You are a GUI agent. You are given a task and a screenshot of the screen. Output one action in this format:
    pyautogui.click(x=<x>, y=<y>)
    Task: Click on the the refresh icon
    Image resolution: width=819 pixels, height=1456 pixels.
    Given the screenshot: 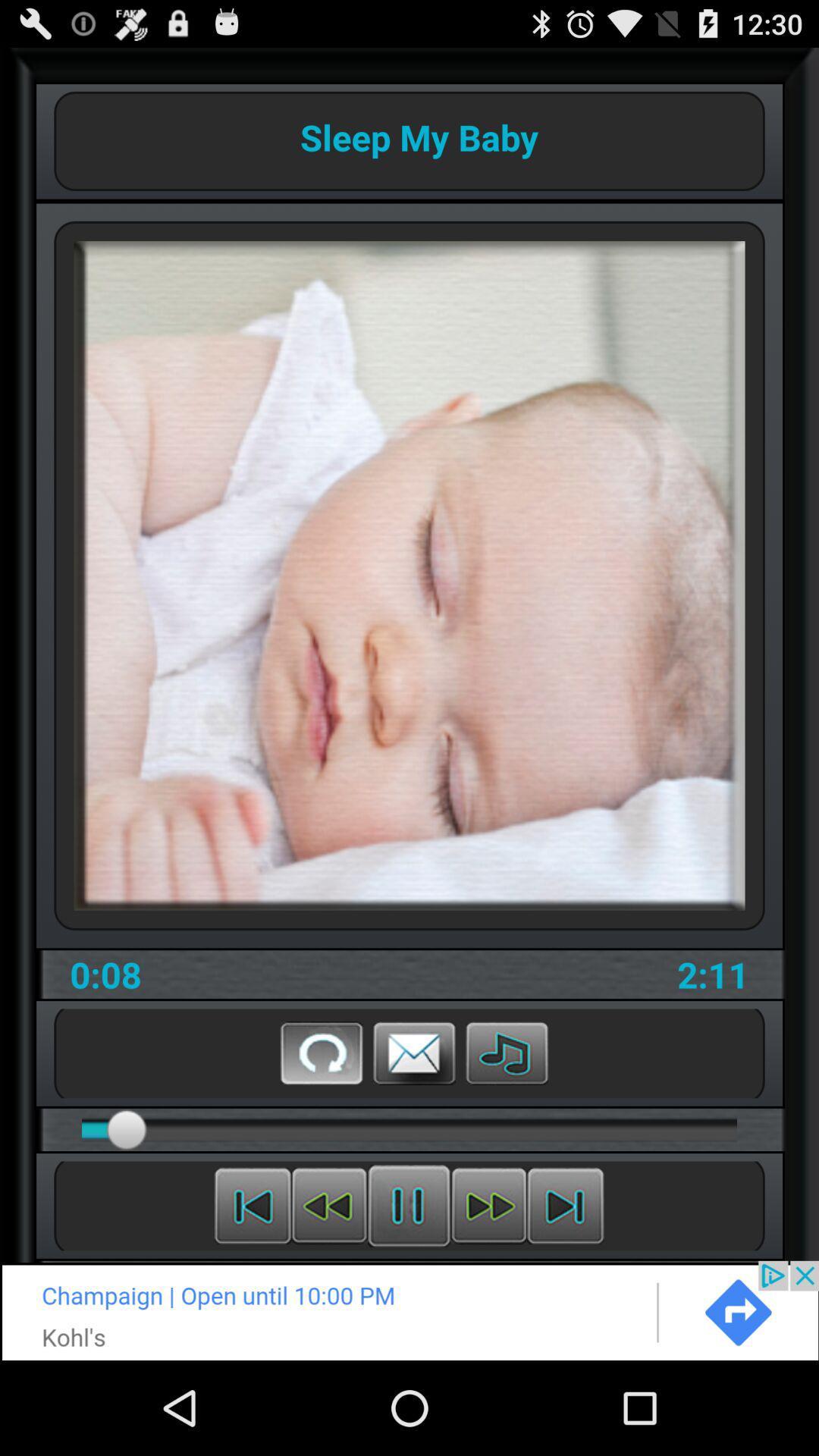 What is the action you would take?
    pyautogui.click(x=321, y=1127)
    